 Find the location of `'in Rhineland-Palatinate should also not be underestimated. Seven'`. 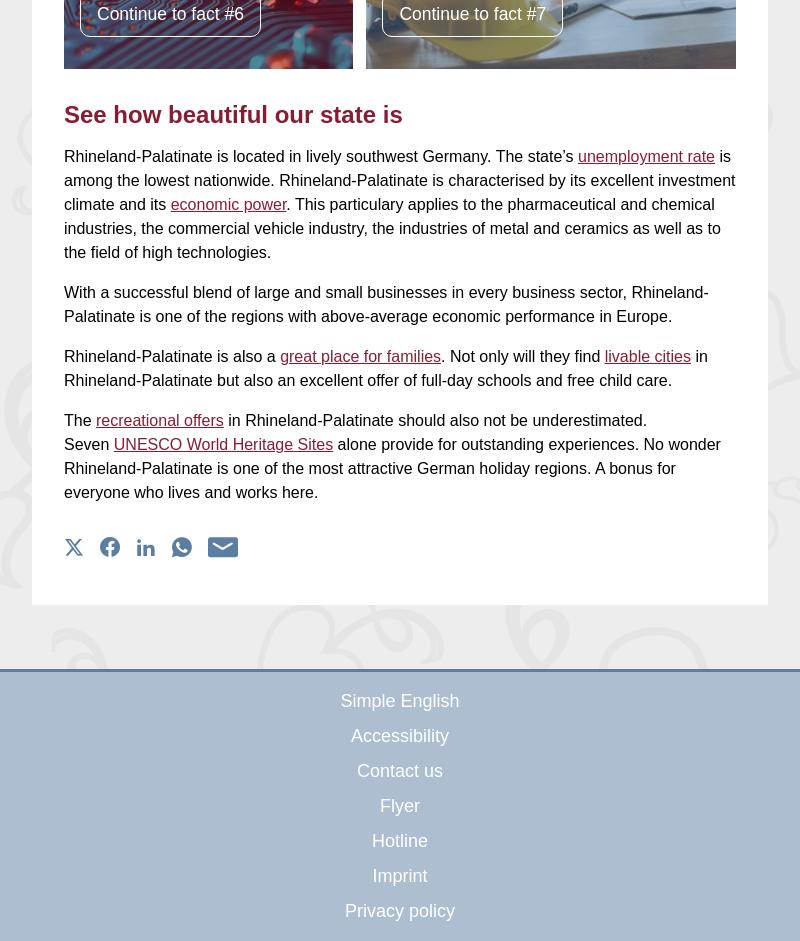

'in Rhineland-Palatinate should also not be underestimated. Seven' is located at coordinates (63, 432).